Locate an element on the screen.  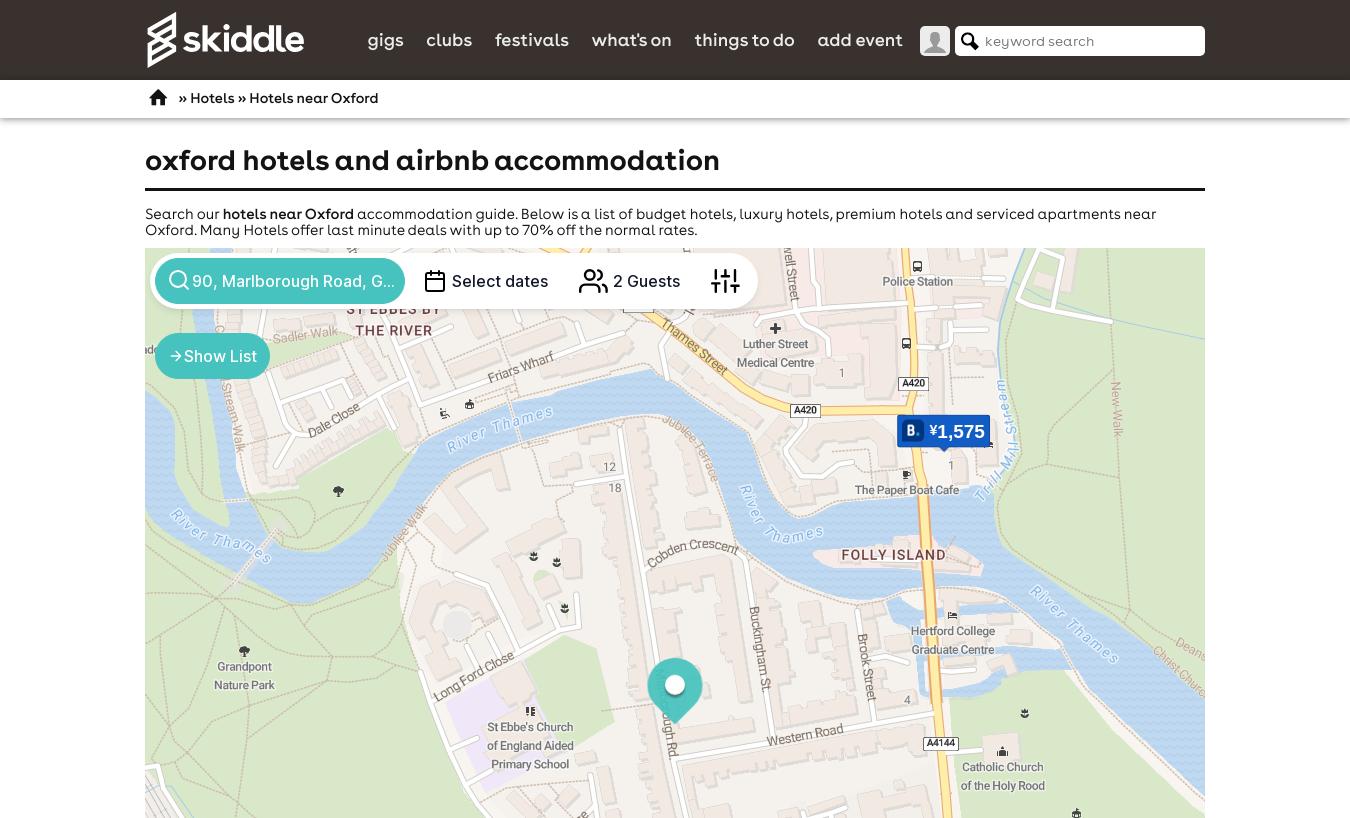
'hotels near Oxford' is located at coordinates (221, 212).